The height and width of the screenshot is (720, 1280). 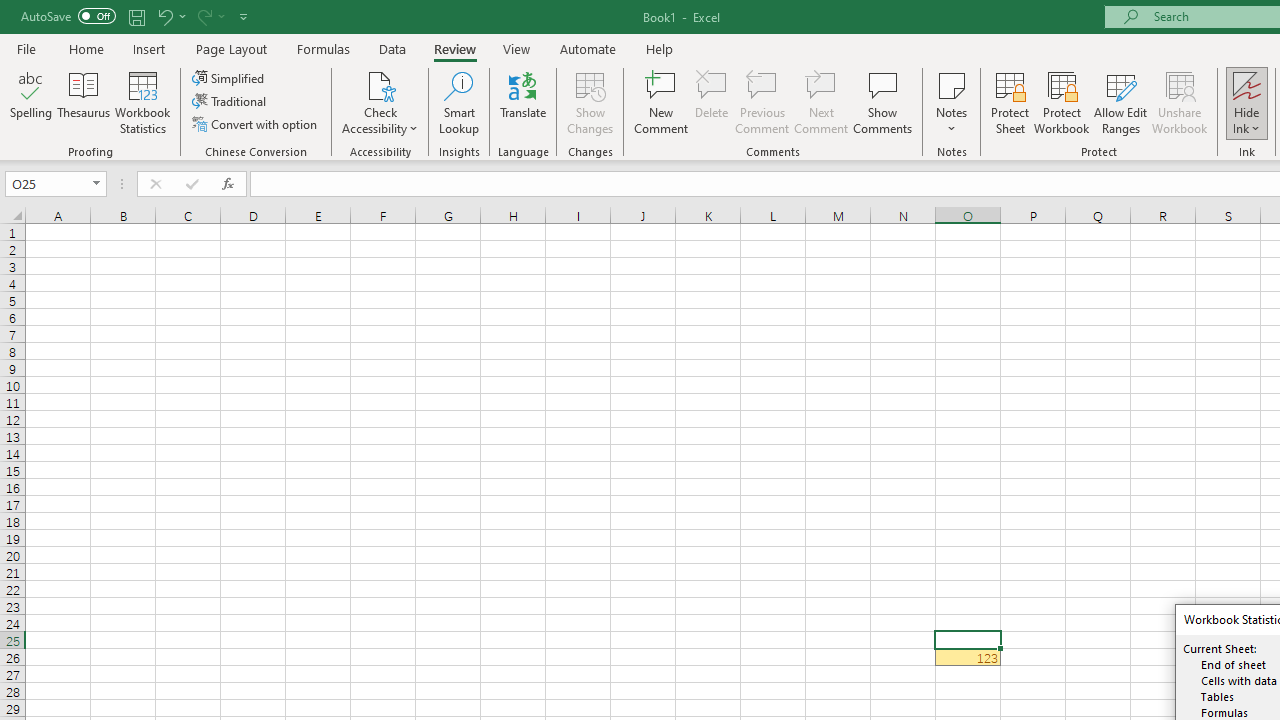 I want to click on 'Formulas', so click(x=323, y=48).